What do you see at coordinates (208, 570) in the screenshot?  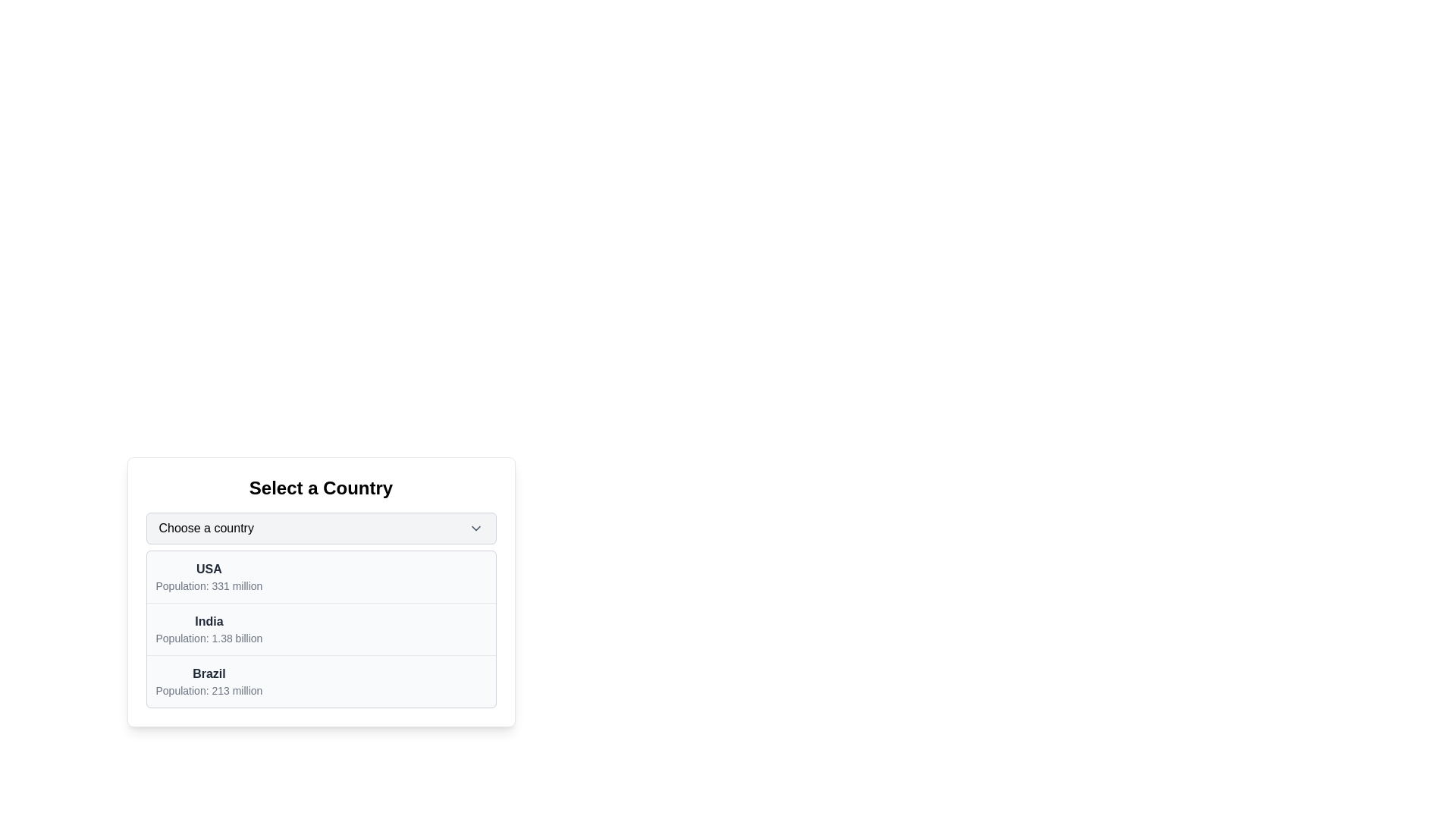 I see `text content of the label displaying 'USA', which is bold and dark gray, located above the population details in the dropdown menu for country selection` at bounding box center [208, 570].